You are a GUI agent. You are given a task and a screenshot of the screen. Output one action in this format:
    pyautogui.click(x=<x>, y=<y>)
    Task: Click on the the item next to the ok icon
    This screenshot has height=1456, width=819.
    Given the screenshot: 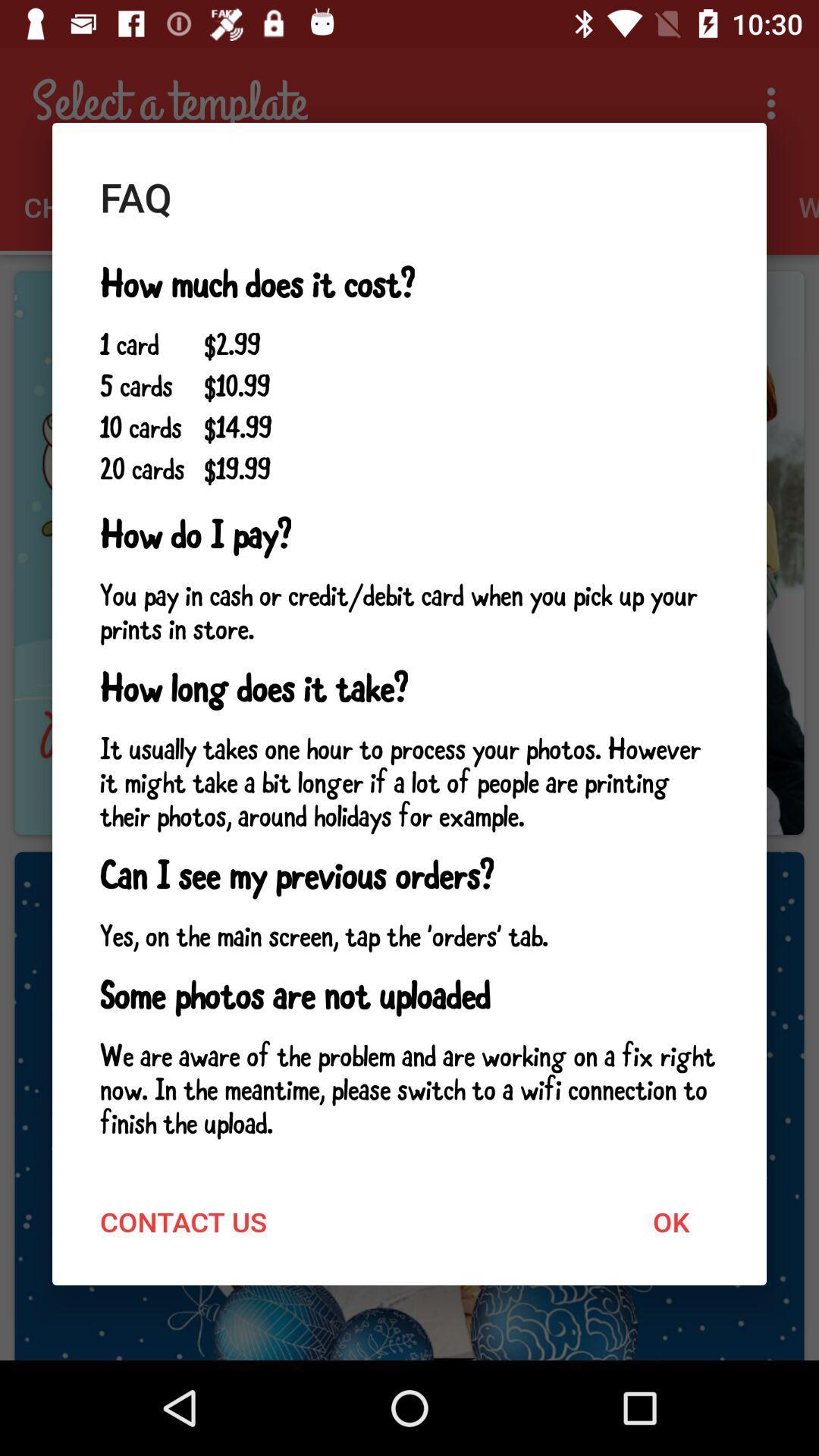 What is the action you would take?
    pyautogui.click(x=183, y=1222)
    